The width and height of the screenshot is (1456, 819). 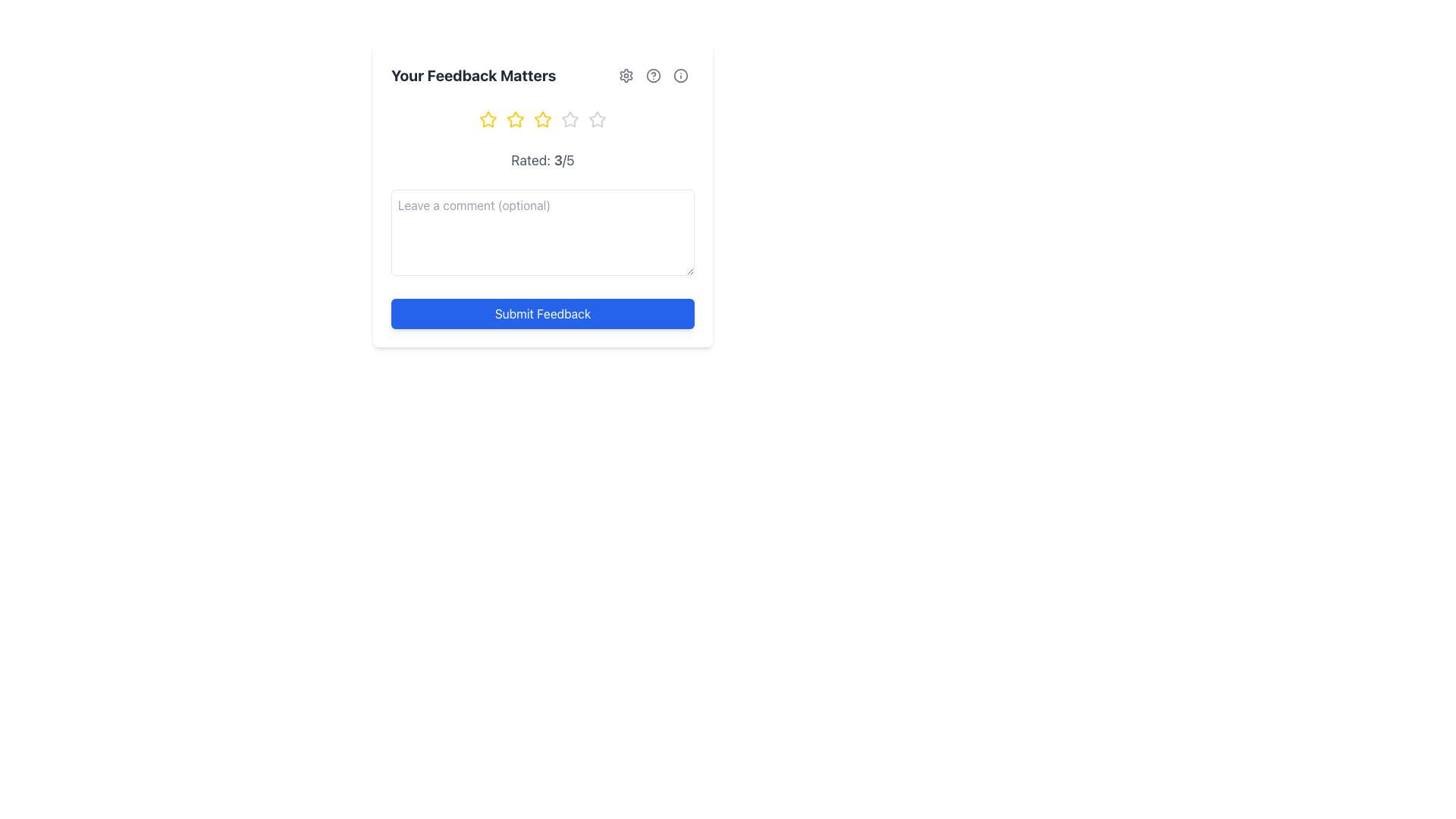 What do you see at coordinates (557, 160) in the screenshot?
I see `the static text element displaying the numerical rating '3' in the text 'Rated: 3/5', which is positioned beneath the star rating` at bounding box center [557, 160].